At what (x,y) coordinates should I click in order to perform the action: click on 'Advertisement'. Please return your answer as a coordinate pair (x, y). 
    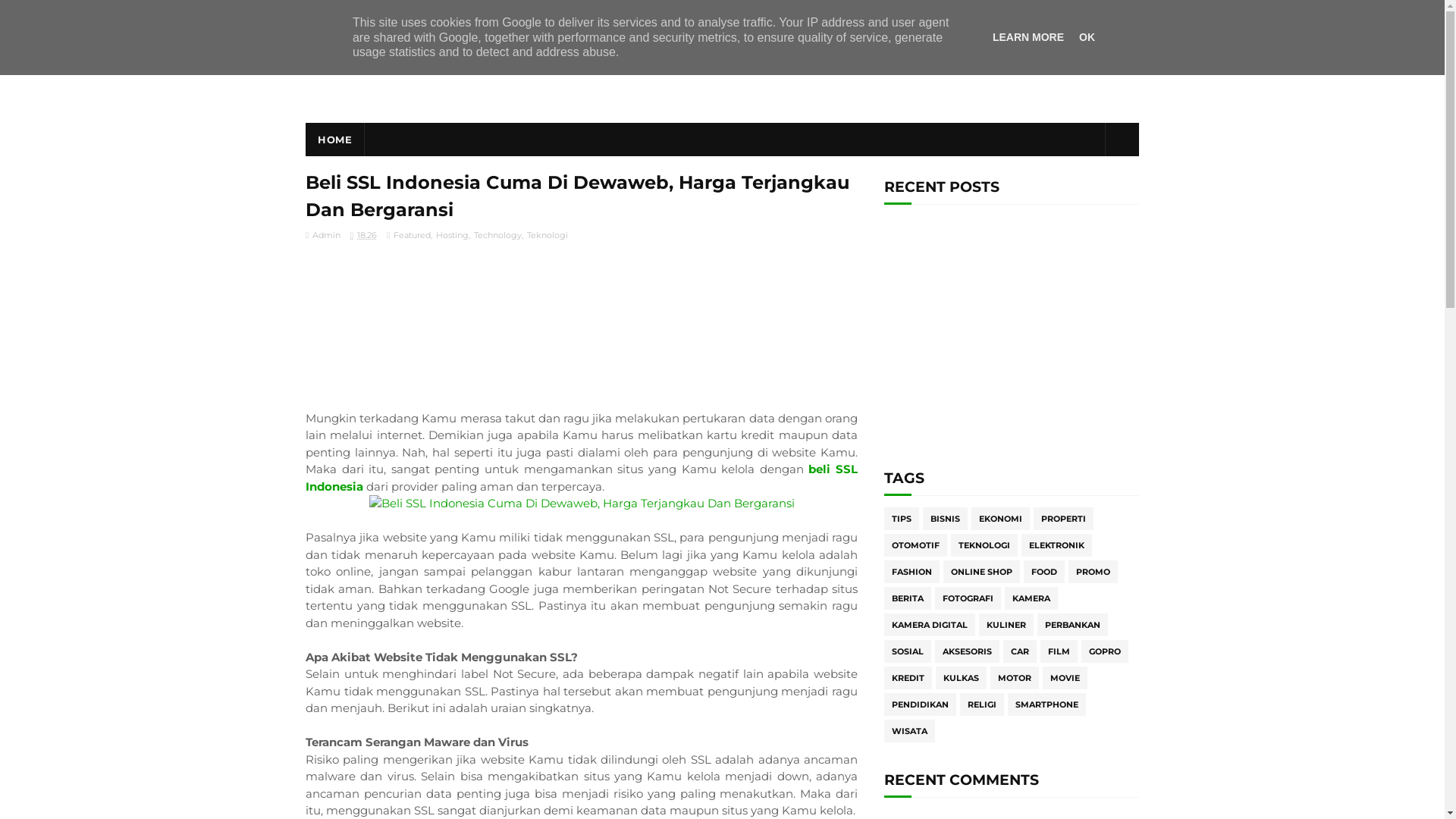
    Looking at the image, I should click on (1012, 336).